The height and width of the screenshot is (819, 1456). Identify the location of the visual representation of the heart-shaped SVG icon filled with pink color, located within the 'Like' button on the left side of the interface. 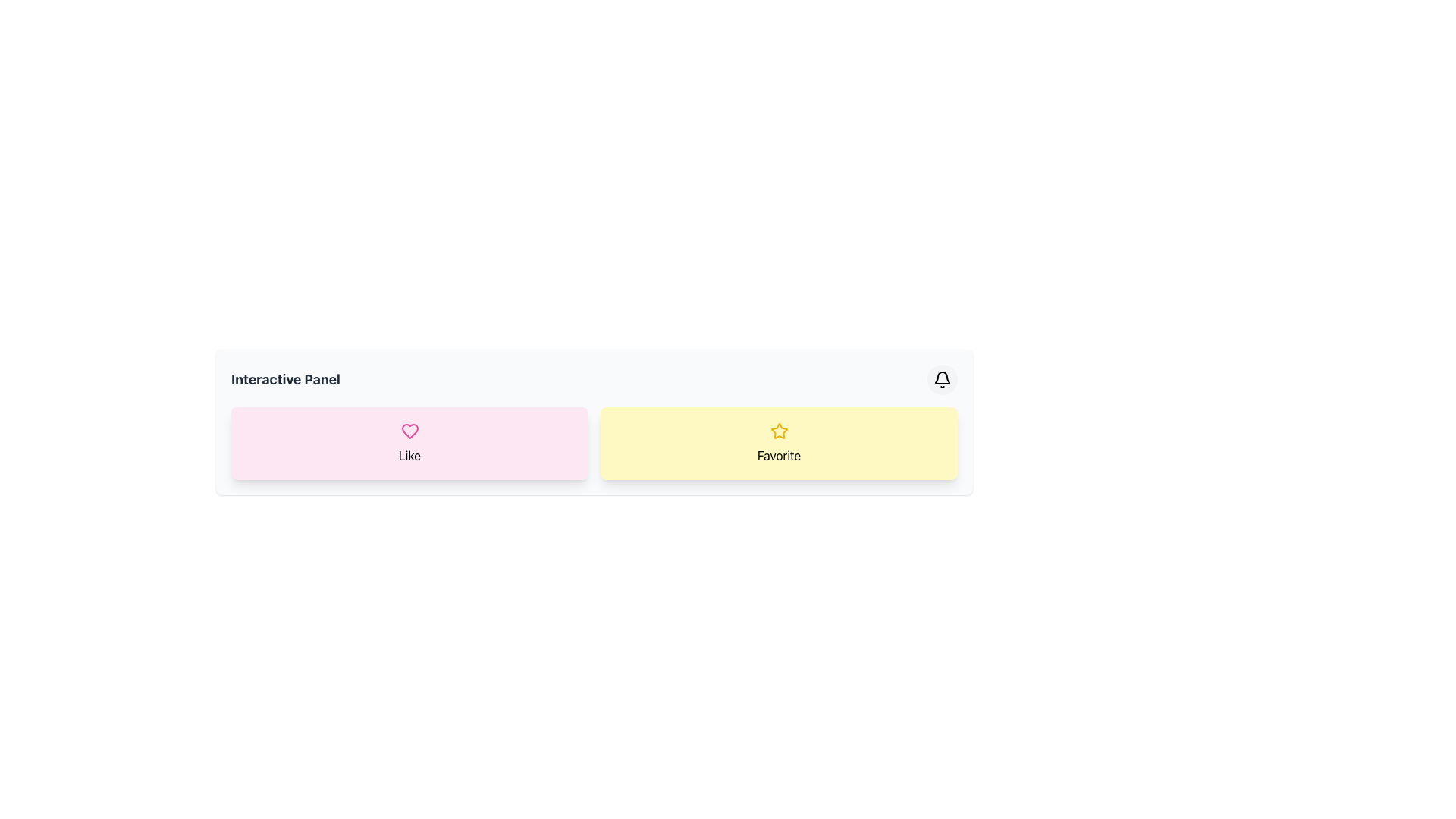
(409, 431).